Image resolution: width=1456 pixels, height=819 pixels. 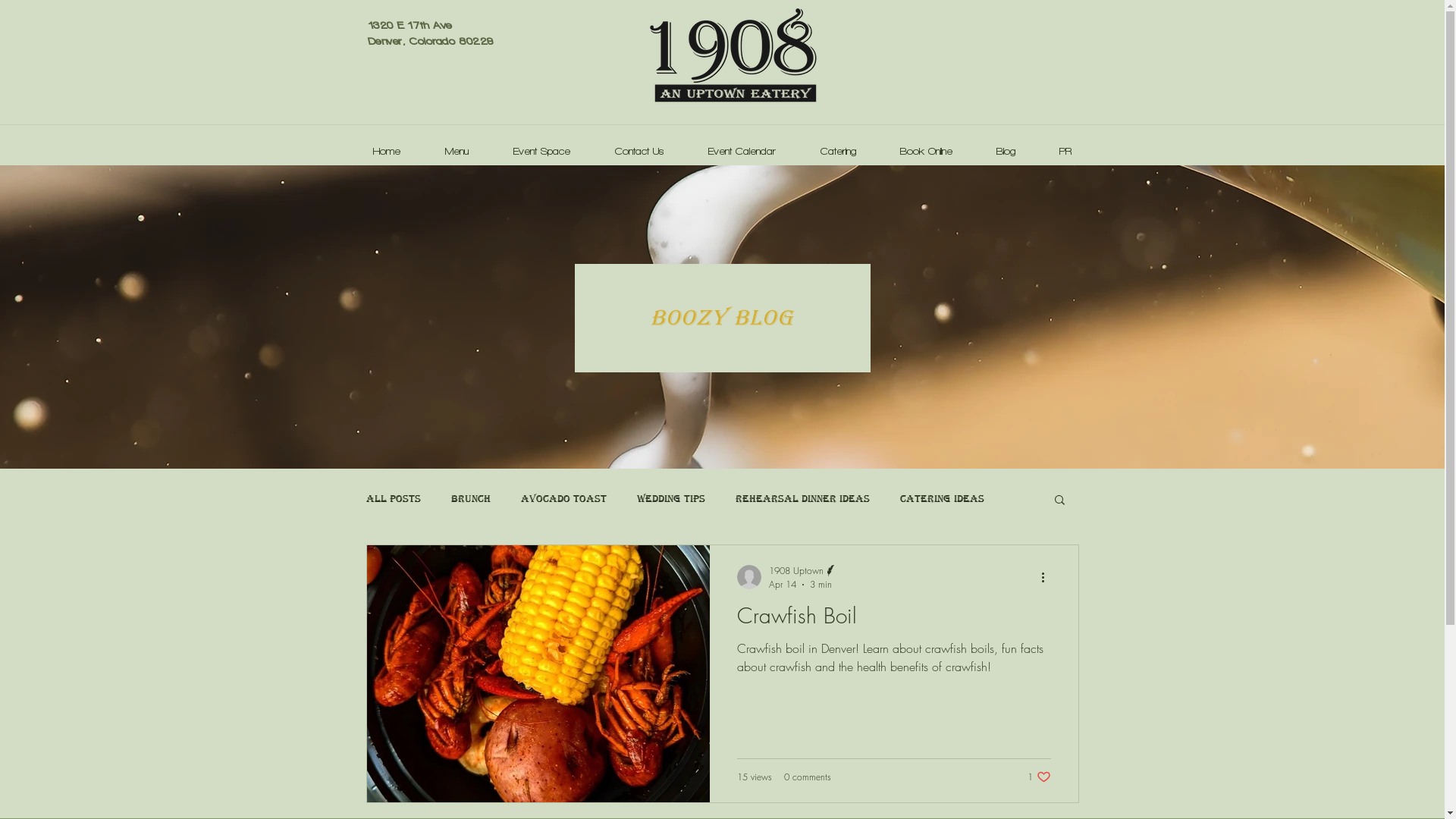 What do you see at coordinates (386, 145) in the screenshot?
I see `'Home'` at bounding box center [386, 145].